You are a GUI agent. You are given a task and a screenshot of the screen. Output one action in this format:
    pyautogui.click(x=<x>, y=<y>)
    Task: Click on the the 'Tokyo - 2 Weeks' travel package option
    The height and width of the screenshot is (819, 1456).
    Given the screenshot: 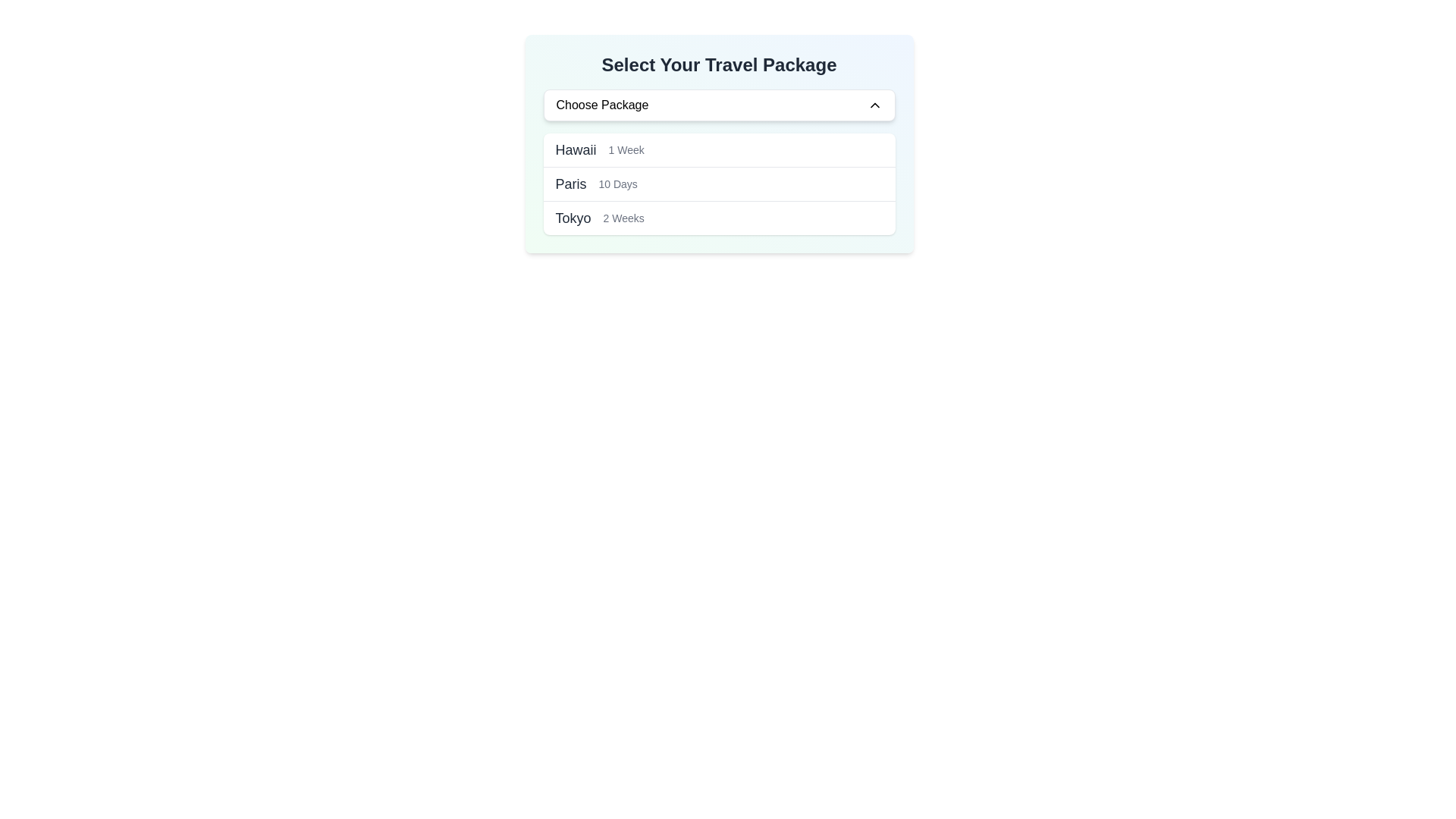 What is the action you would take?
    pyautogui.click(x=718, y=218)
    